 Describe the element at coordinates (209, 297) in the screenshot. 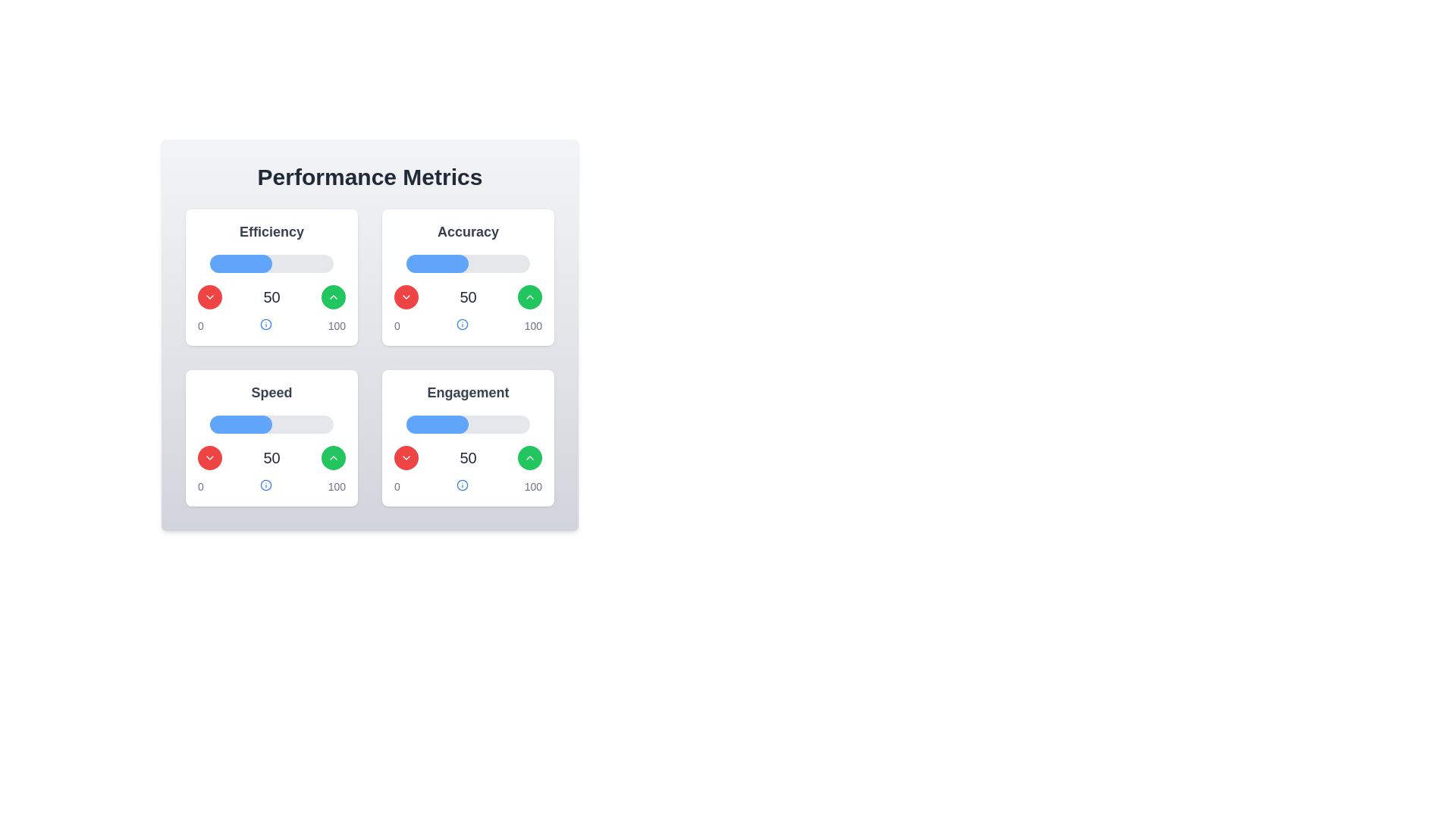

I see `the decrement button located within the 'Efficiency' card, positioned to the left of the text displaying '50'` at that location.